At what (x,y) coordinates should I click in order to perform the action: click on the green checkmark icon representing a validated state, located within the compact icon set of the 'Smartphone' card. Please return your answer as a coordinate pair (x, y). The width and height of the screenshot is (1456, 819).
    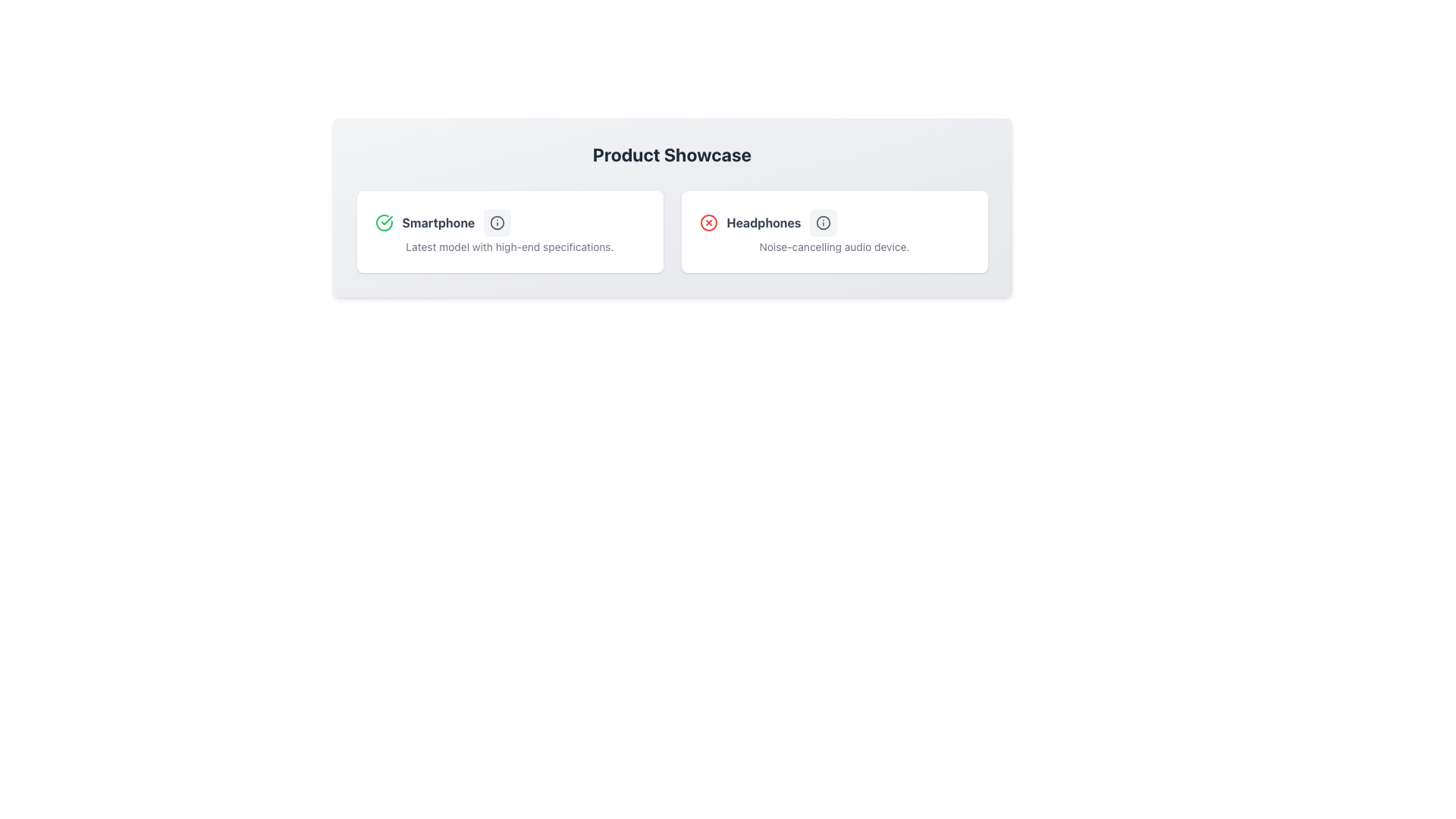
    Looking at the image, I should click on (386, 220).